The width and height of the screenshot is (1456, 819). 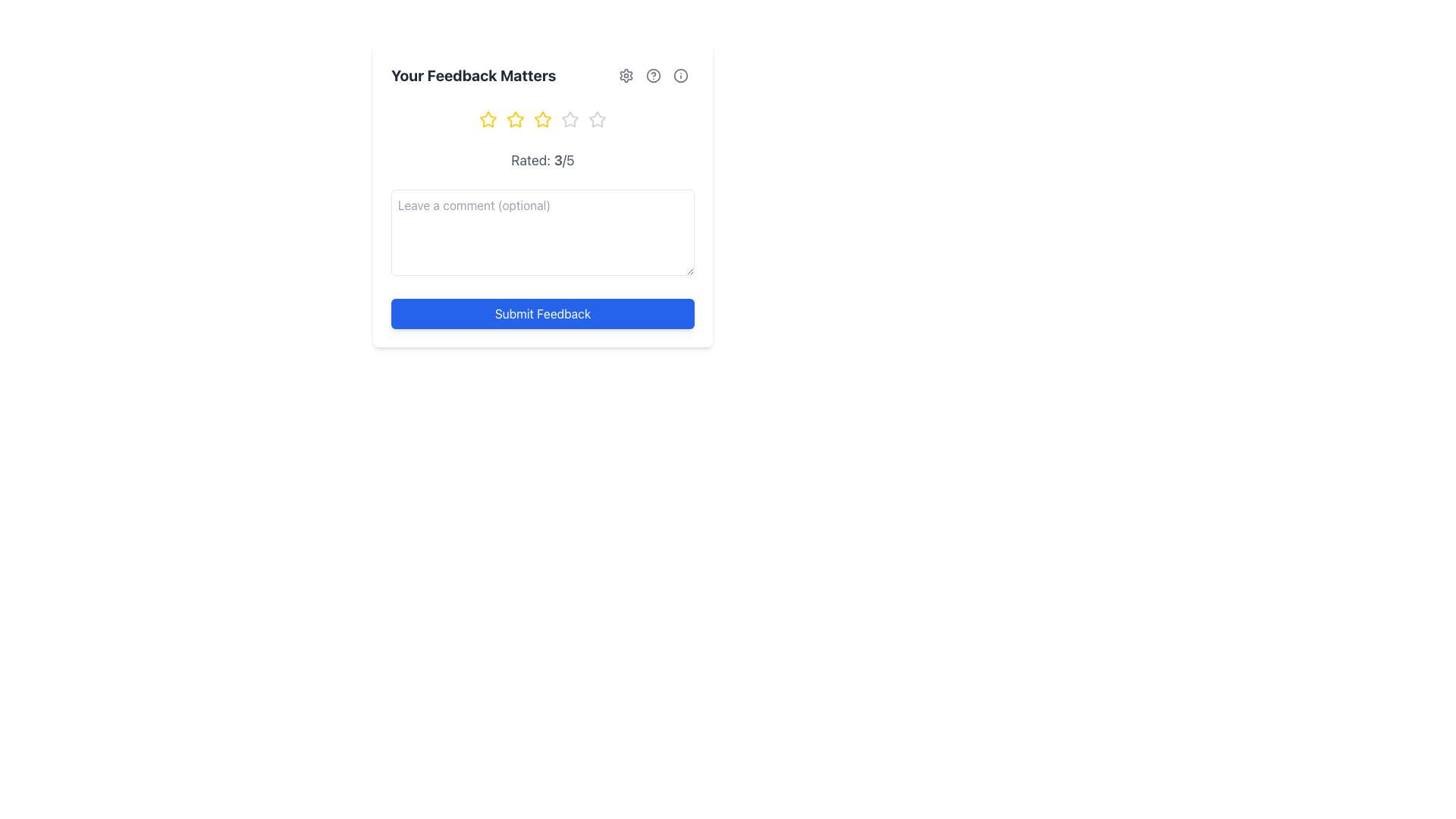 What do you see at coordinates (542, 119) in the screenshot?
I see `the third star in the Rating Selector` at bounding box center [542, 119].